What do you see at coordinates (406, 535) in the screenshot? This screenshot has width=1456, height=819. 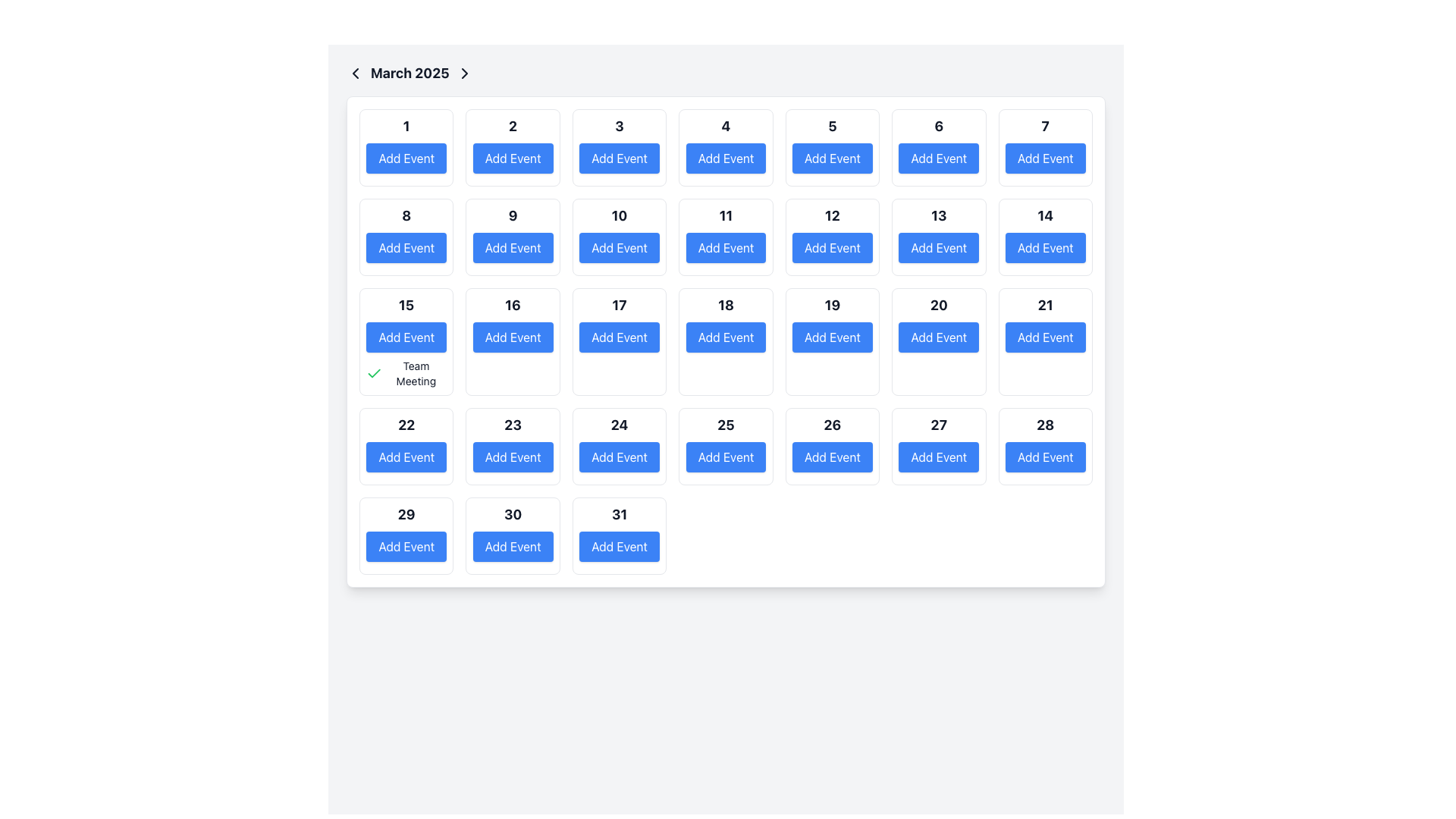 I see `the Interactive calendar date slot for the 29th day, which contains the button labeled 'Add Event'` at bounding box center [406, 535].